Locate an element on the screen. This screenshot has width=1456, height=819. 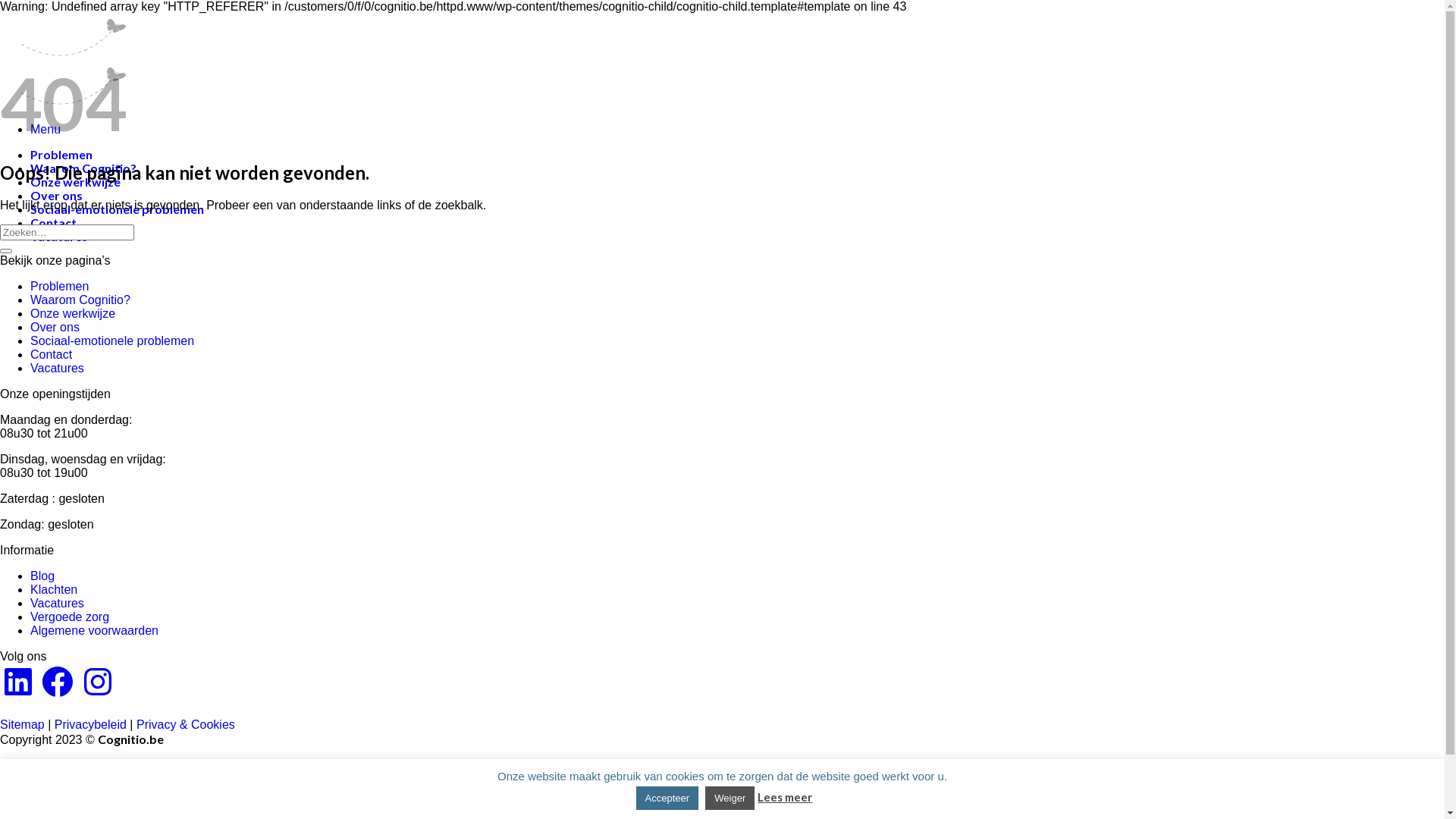
'Accepteer' is located at coordinates (667, 797).